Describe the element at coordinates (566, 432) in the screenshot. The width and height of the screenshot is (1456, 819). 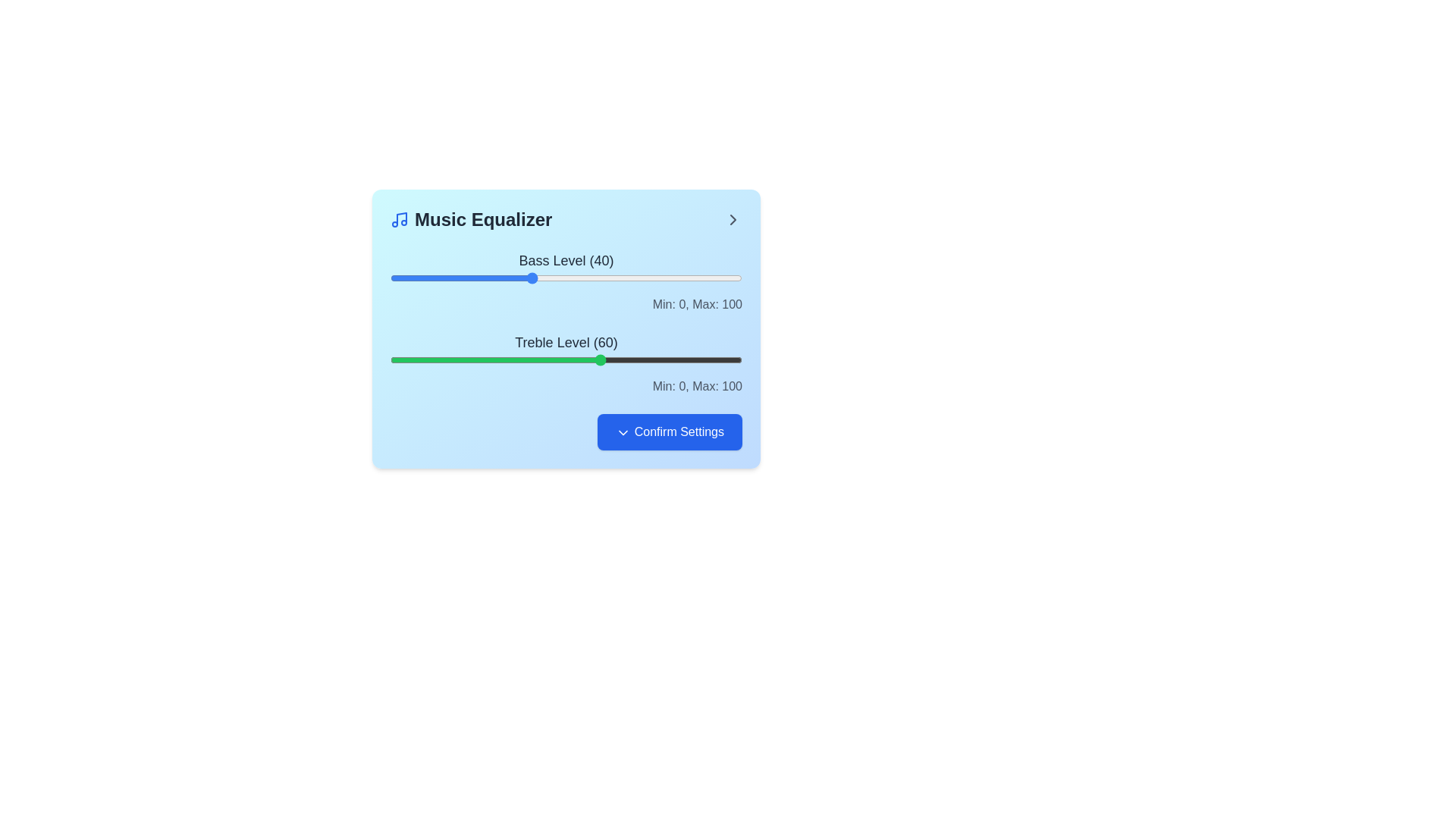
I see `the 'Confirm Settings' button with a downward-pointing chevron icon` at that location.